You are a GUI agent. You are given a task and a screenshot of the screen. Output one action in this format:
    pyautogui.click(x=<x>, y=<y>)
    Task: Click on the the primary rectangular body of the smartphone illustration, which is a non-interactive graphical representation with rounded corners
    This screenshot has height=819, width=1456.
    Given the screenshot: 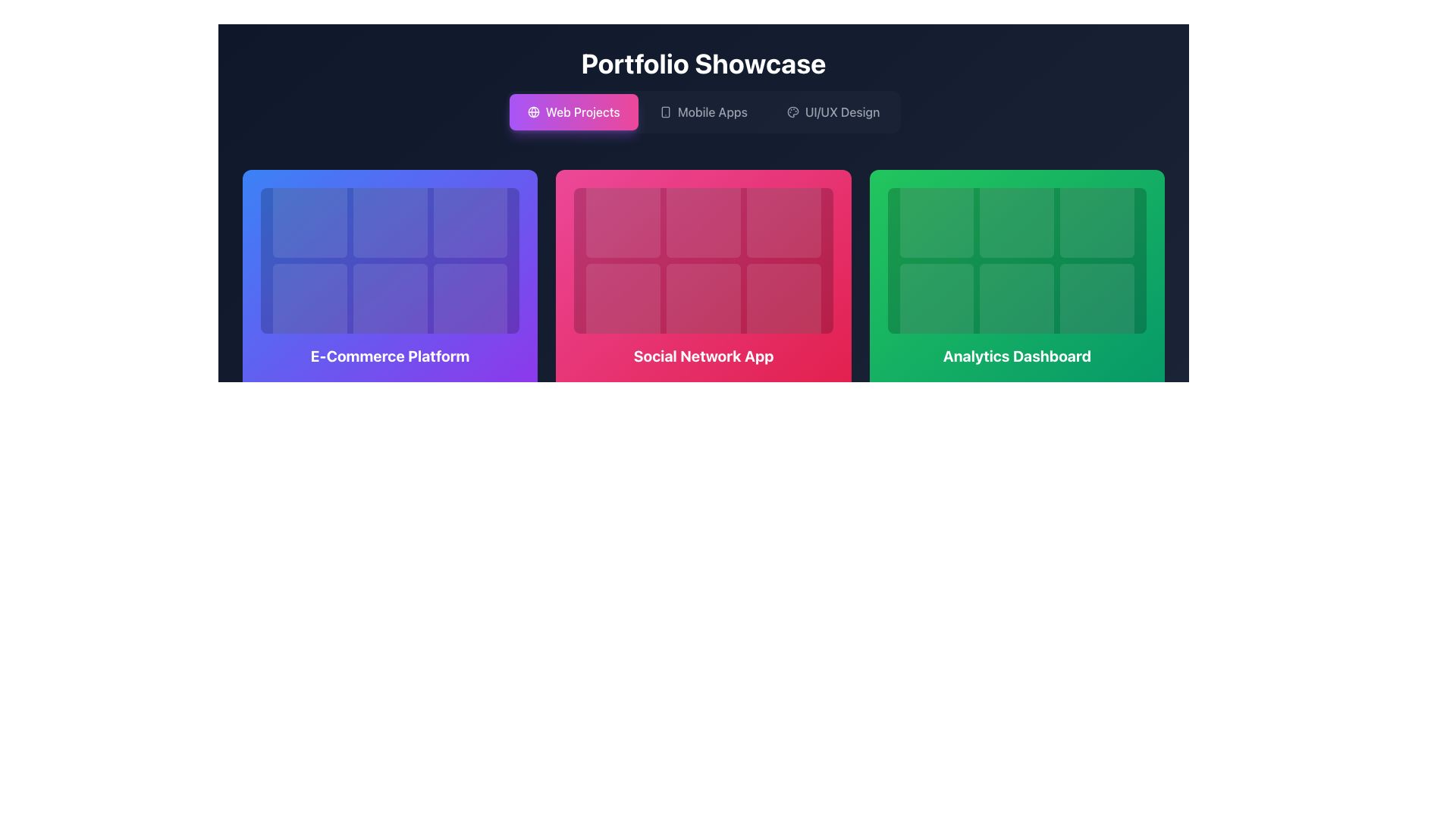 What is the action you would take?
    pyautogui.click(x=665, y=111)
    